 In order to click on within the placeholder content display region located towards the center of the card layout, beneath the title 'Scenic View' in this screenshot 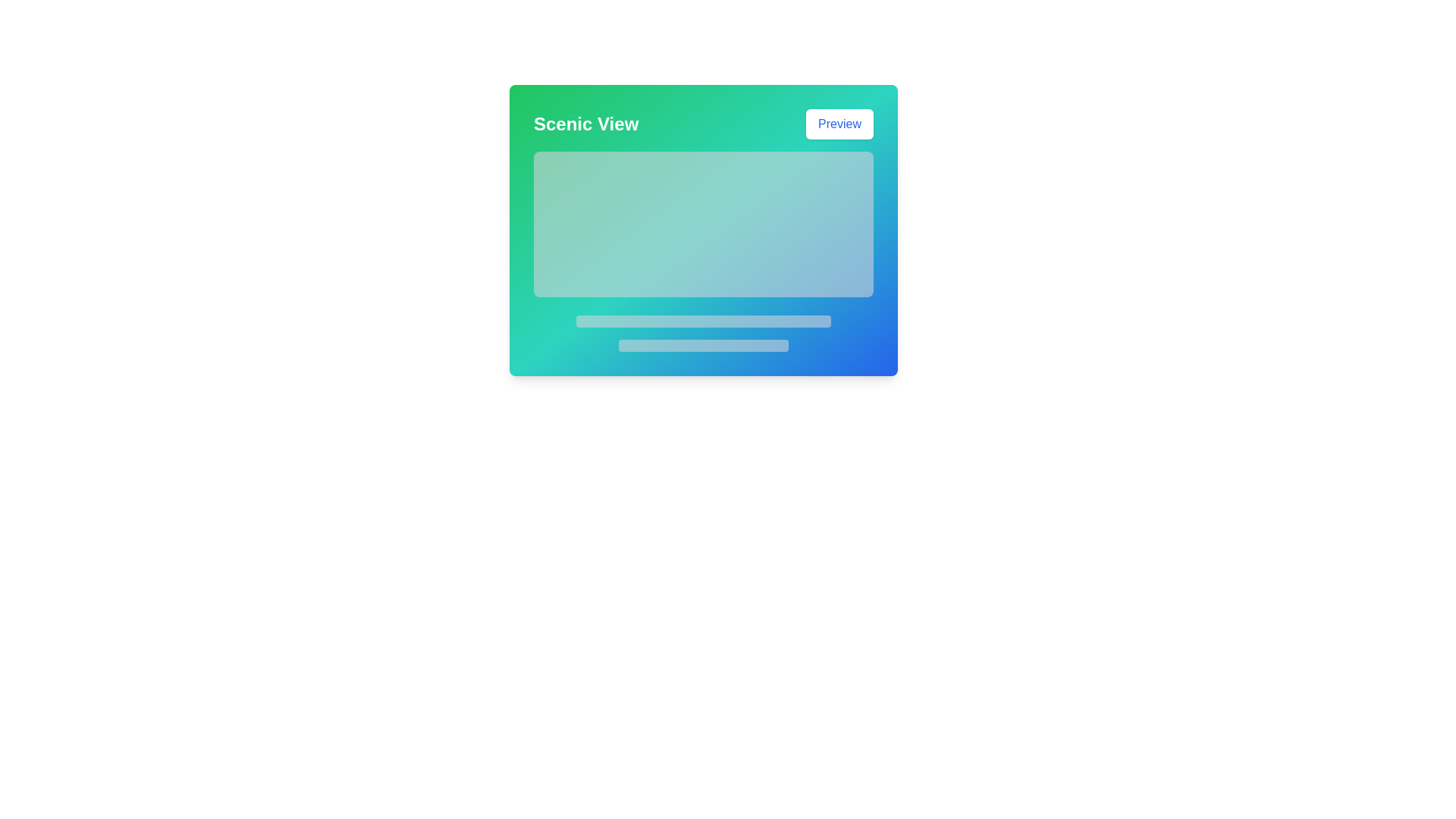, I will do `click(702, 250)`.